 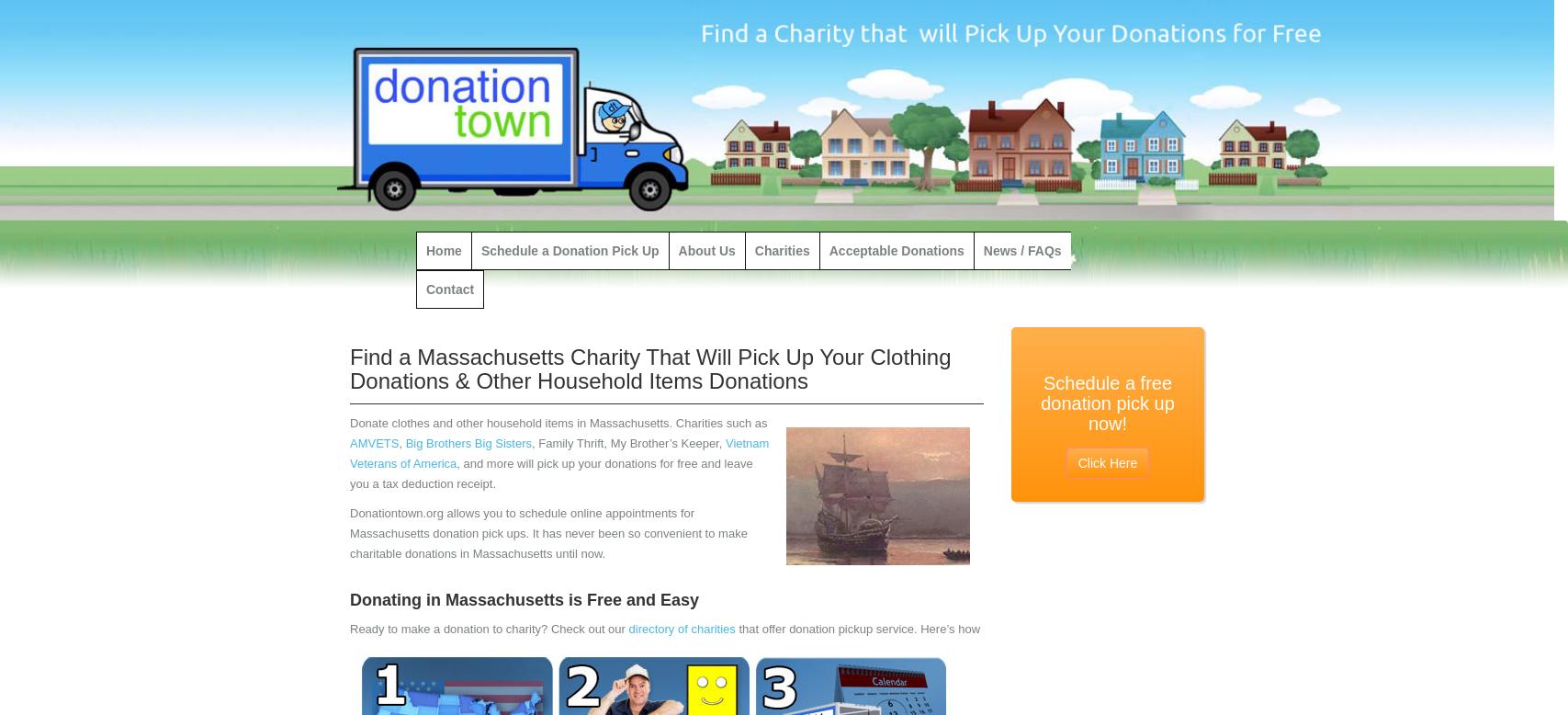 I want to click on 'About Us', so click(x=677, y=251).